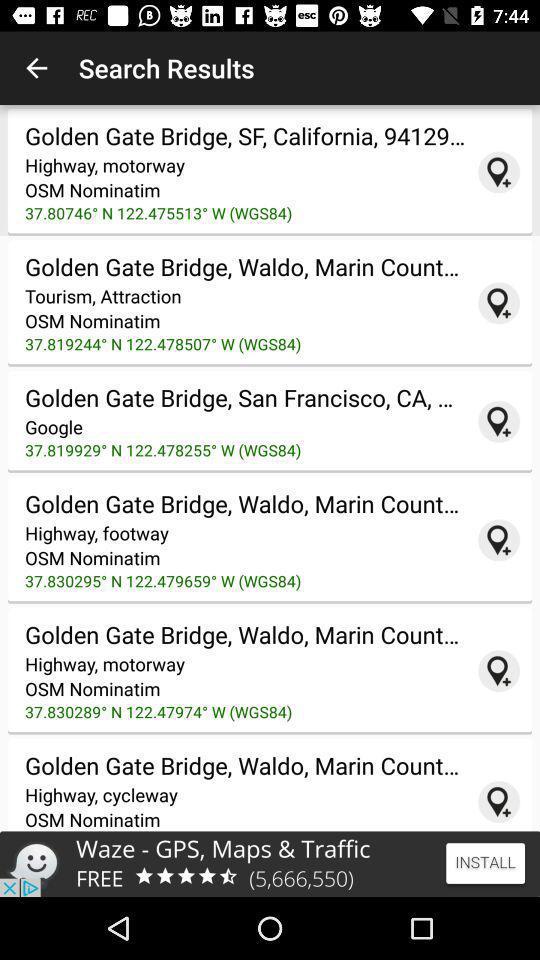 This screenshot has height=960, width=540. What do you see at coordinates (498, 171) in the screenshot?
I see `show on map` at bounding box center [498, 171].